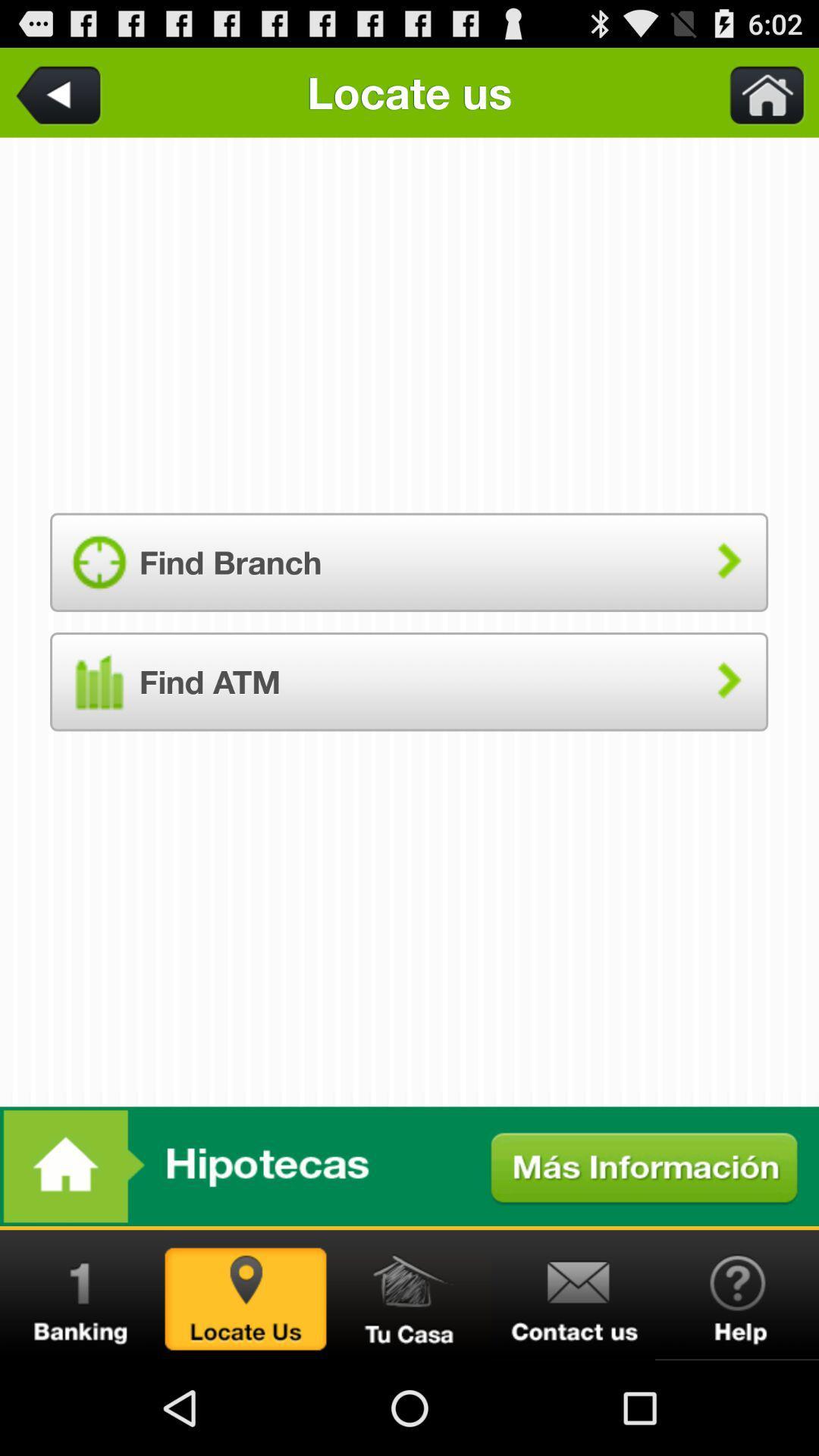 This screenshot has height=1456, width=819. What do you see at coordinates (61, 98) in the screenshot?
I see `the arrow_backward icon` at bounding box center [61, 98].